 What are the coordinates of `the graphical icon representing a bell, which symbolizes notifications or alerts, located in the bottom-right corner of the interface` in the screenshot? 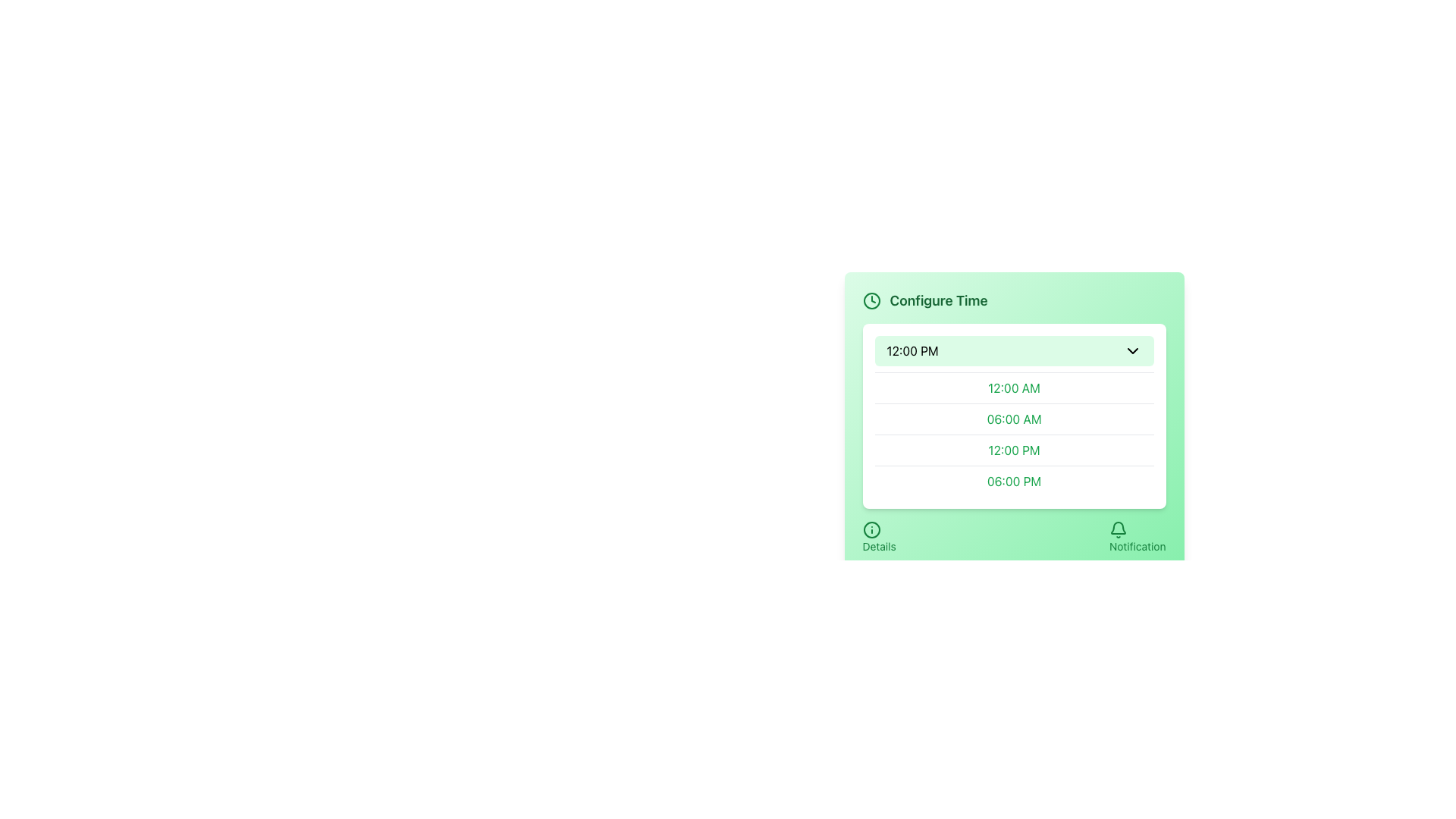 It's located at (1118, 527).